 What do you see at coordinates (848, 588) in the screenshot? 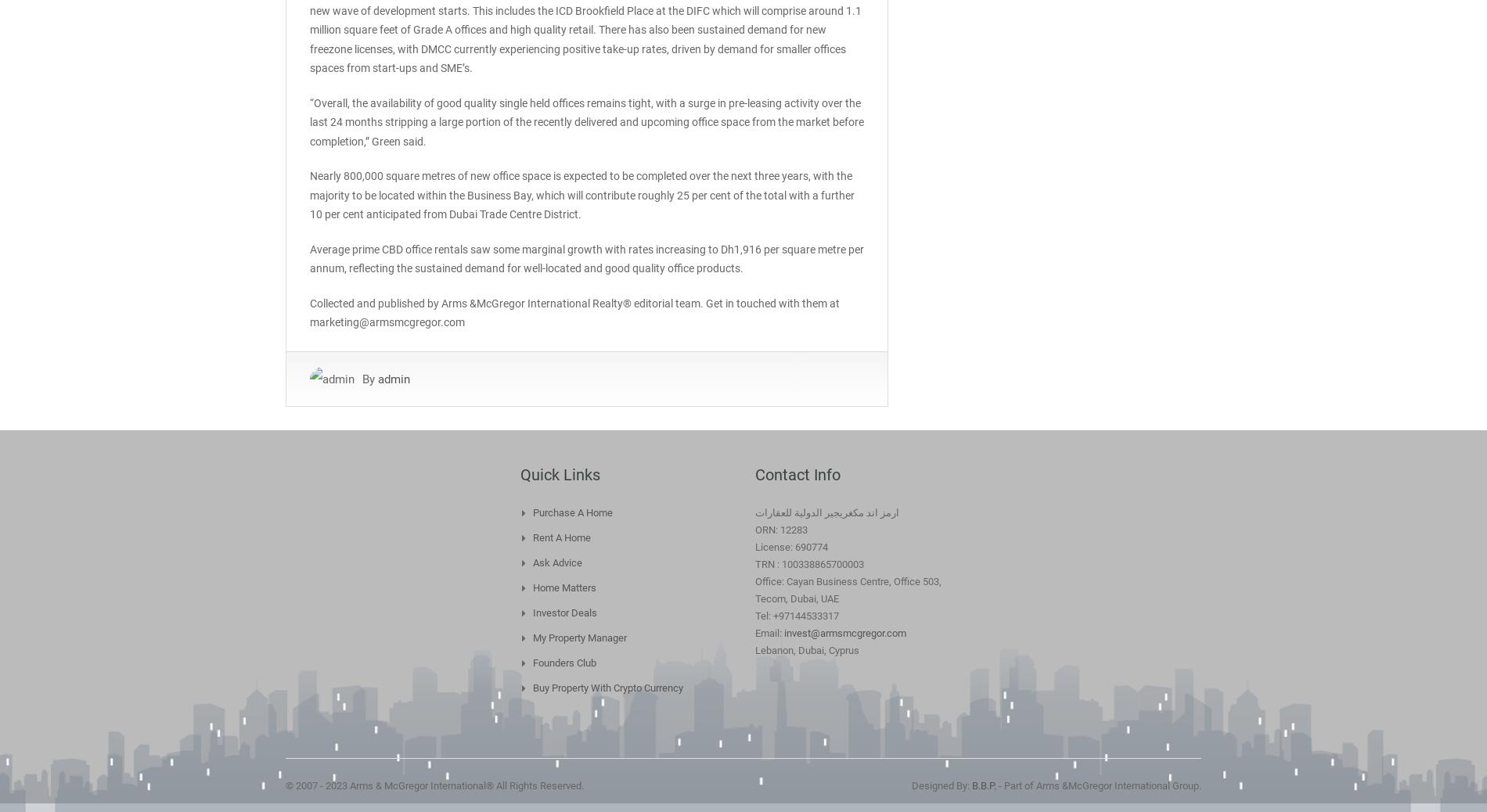
I see `'Office: Cayan Business Centre, Office 503, Tecom, Dubai, UAE'` at bounding box center [848, 588].